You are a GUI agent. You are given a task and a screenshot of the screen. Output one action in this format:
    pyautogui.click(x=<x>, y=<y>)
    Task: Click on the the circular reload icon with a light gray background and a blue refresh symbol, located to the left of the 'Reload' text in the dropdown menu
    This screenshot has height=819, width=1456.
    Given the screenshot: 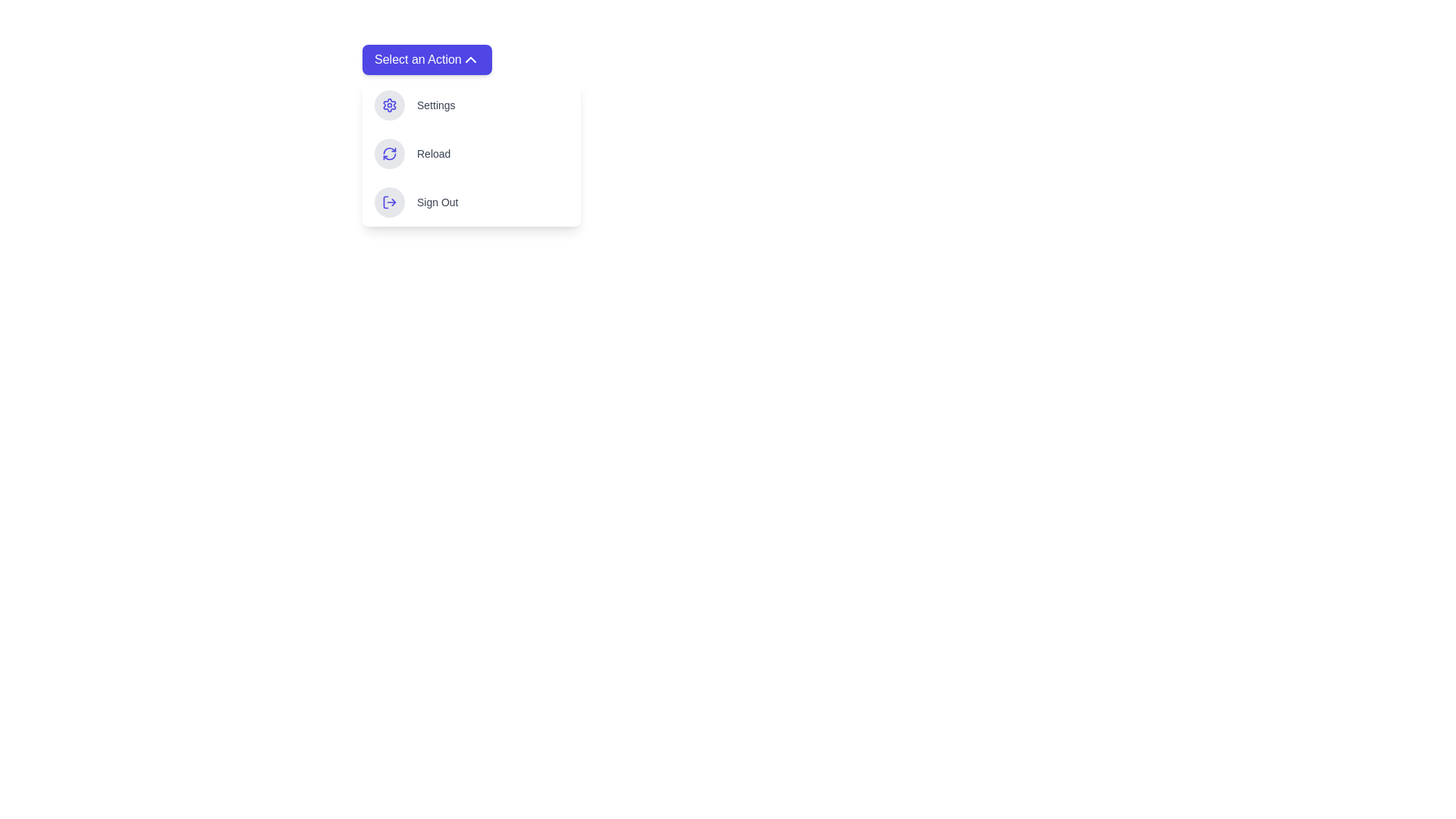 What is the action you would take?
    pyautogui.click(x=389, y=154)
    